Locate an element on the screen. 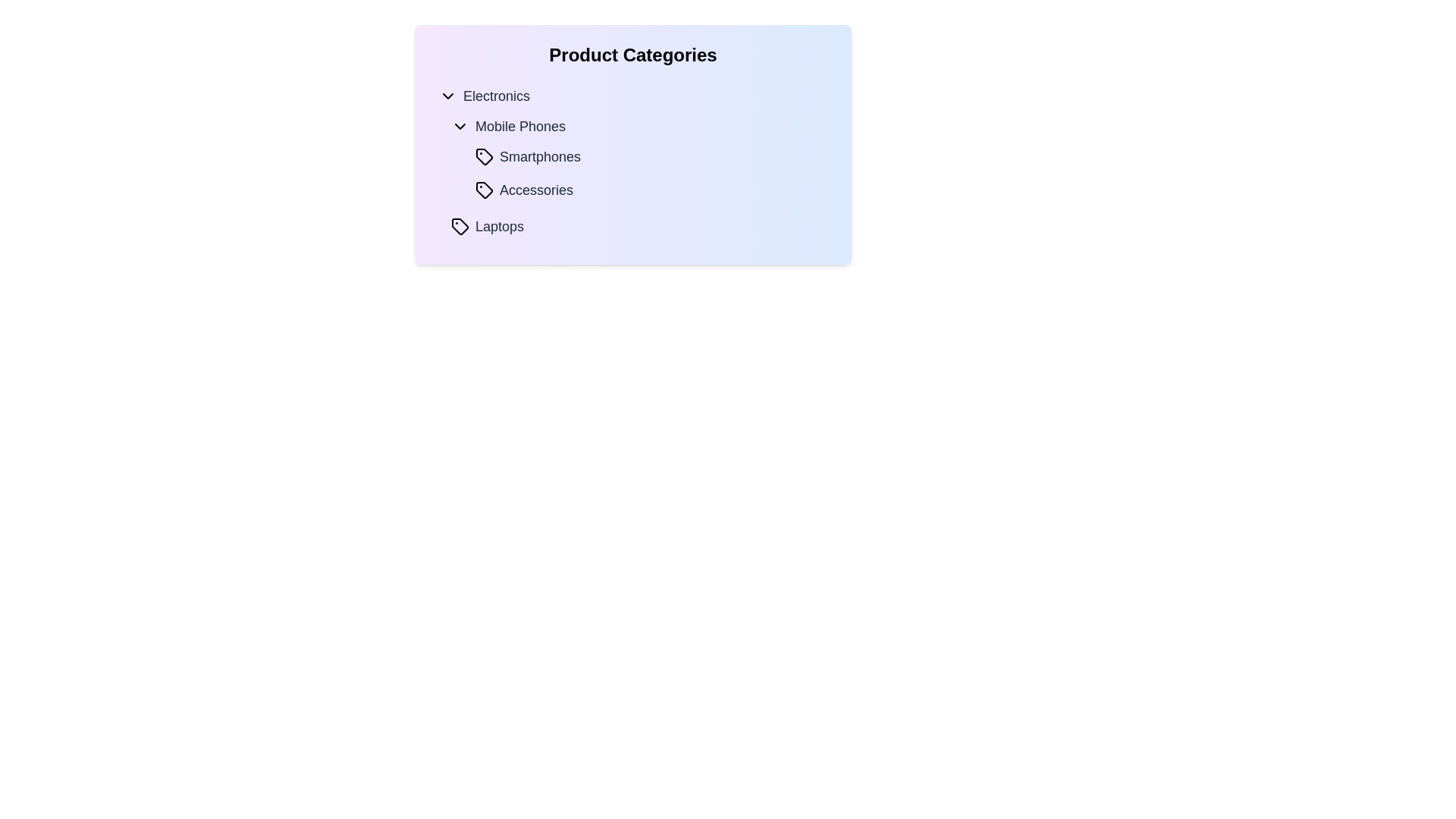 This screenshot has width=1456, height=819. the stylized tag icon associated with the 'Accessories' option in the 'Product Categories' menu is located at coordinates (483, 189).